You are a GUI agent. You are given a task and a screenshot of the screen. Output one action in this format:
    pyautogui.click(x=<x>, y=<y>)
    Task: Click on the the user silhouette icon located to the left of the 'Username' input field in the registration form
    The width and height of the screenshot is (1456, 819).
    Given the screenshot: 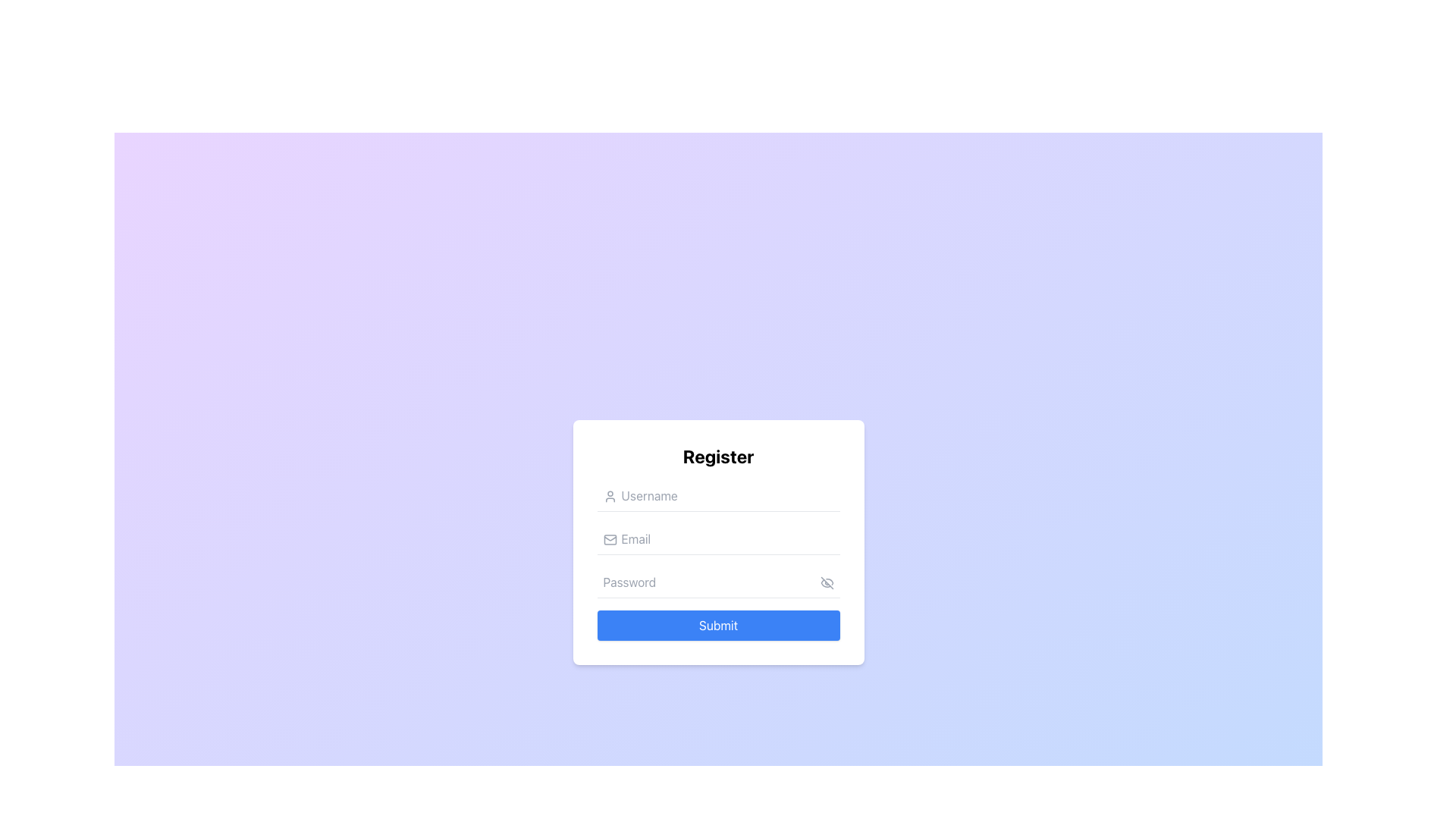 What is the action you would take?
    pyautogui.click(x=610, y=496)
    